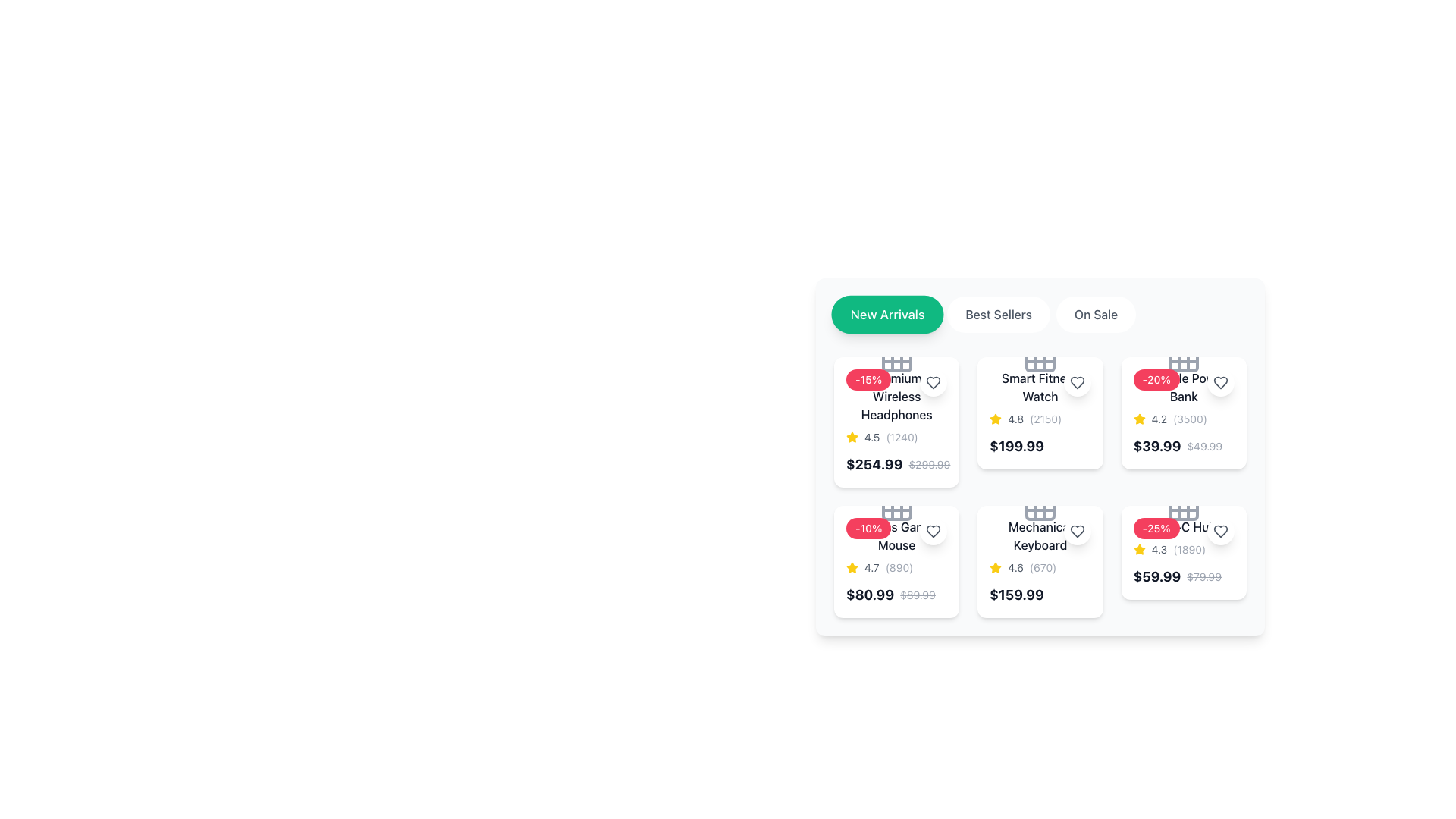 This screenshot has width=1456, height=819. I want to click on text value displayed in the price label located at the bottom of the third card in the first row of the product grid, so click(1040, 446).